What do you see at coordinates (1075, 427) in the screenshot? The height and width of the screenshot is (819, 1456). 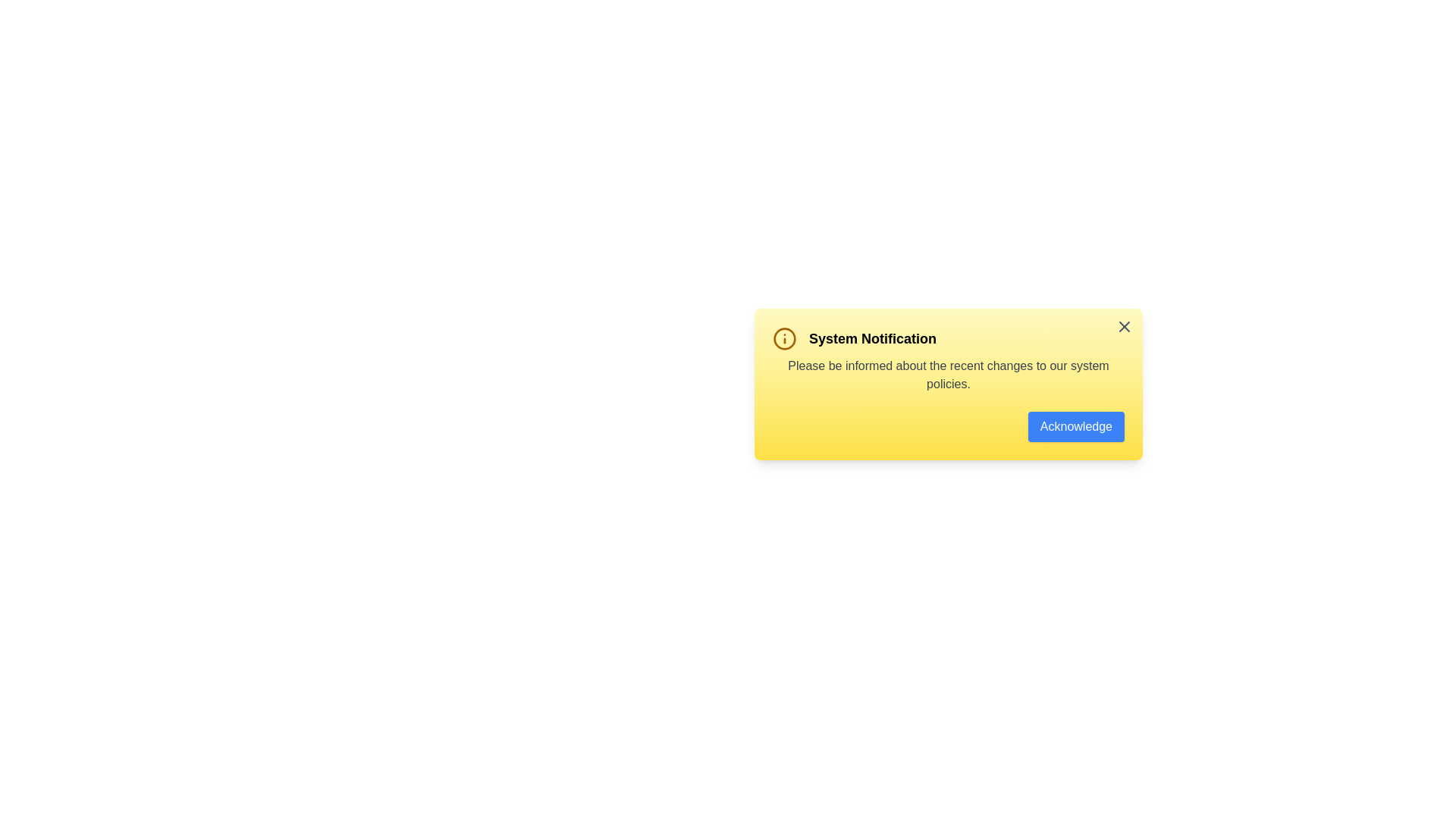 I see `the 'Acknowledge' button to acknowledge the notification` at bounding box center [1075, 427].